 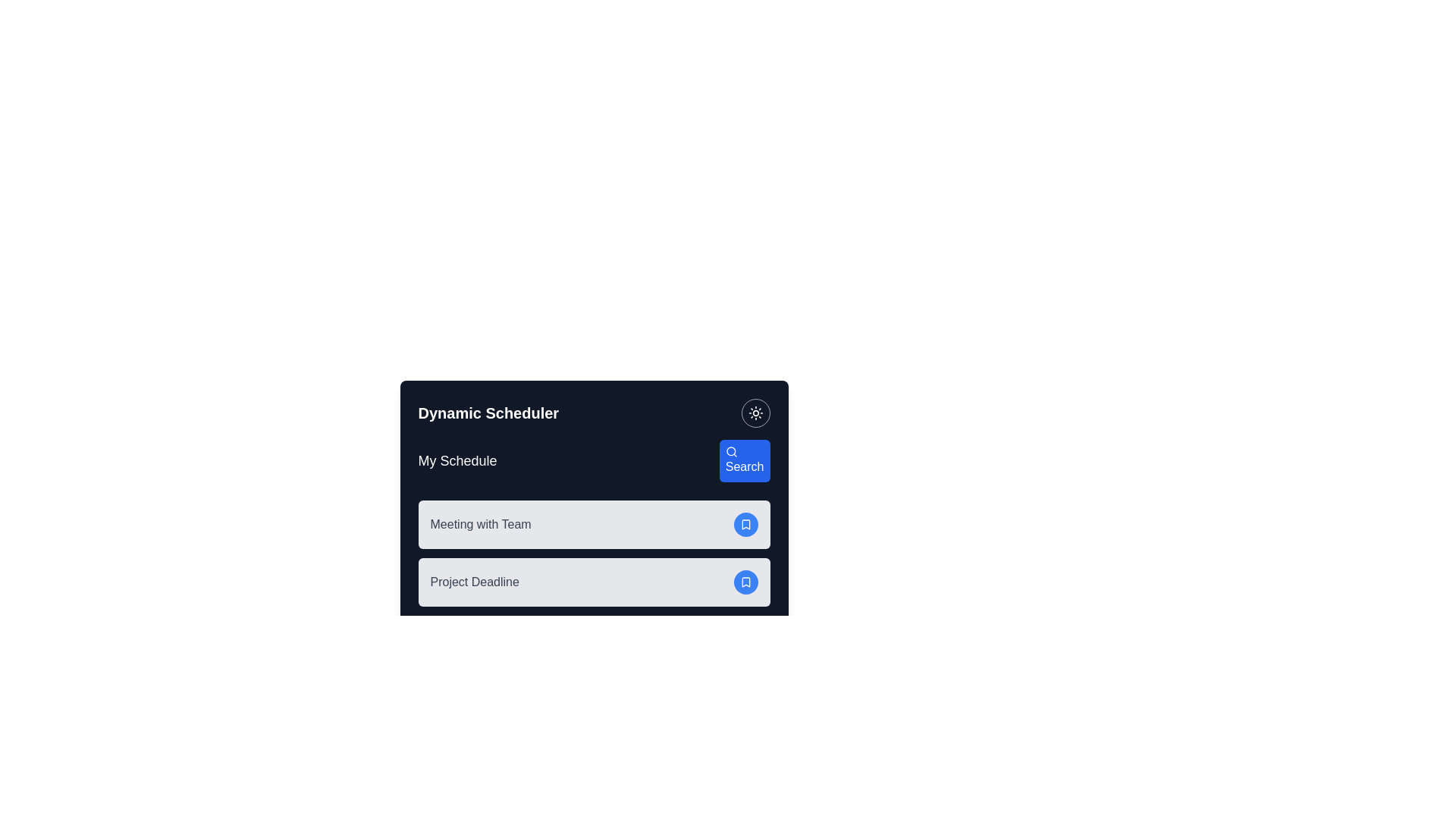 What do you see at coordinates (755, 413) in the screenshot?
I see `the icon in the top-right corner of the 'Dynamic Scheduler' interface` at bounding box center [755, 413].